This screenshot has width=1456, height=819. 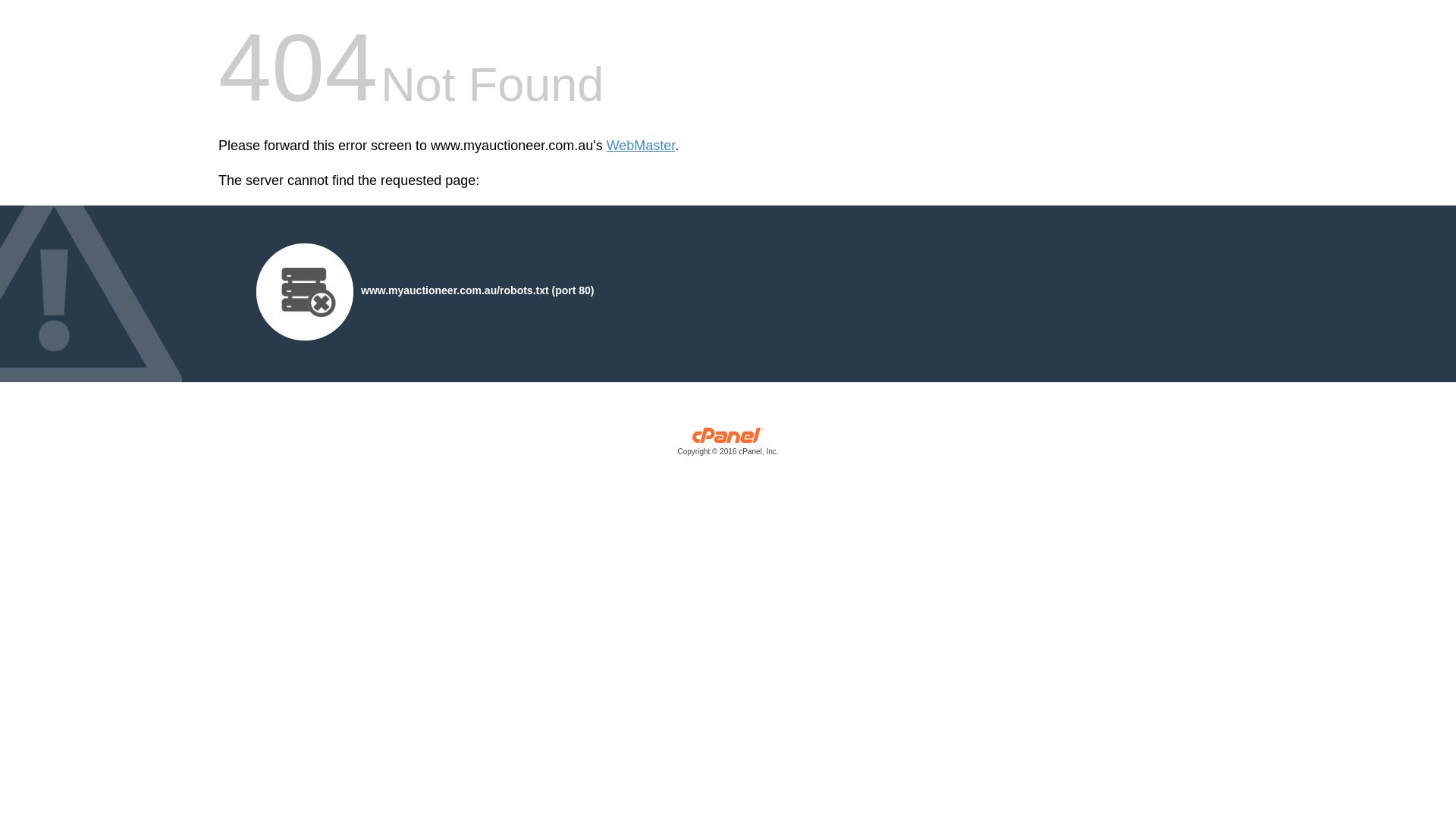 I want to click on 'WebMaster', so click(x=607, y=146).